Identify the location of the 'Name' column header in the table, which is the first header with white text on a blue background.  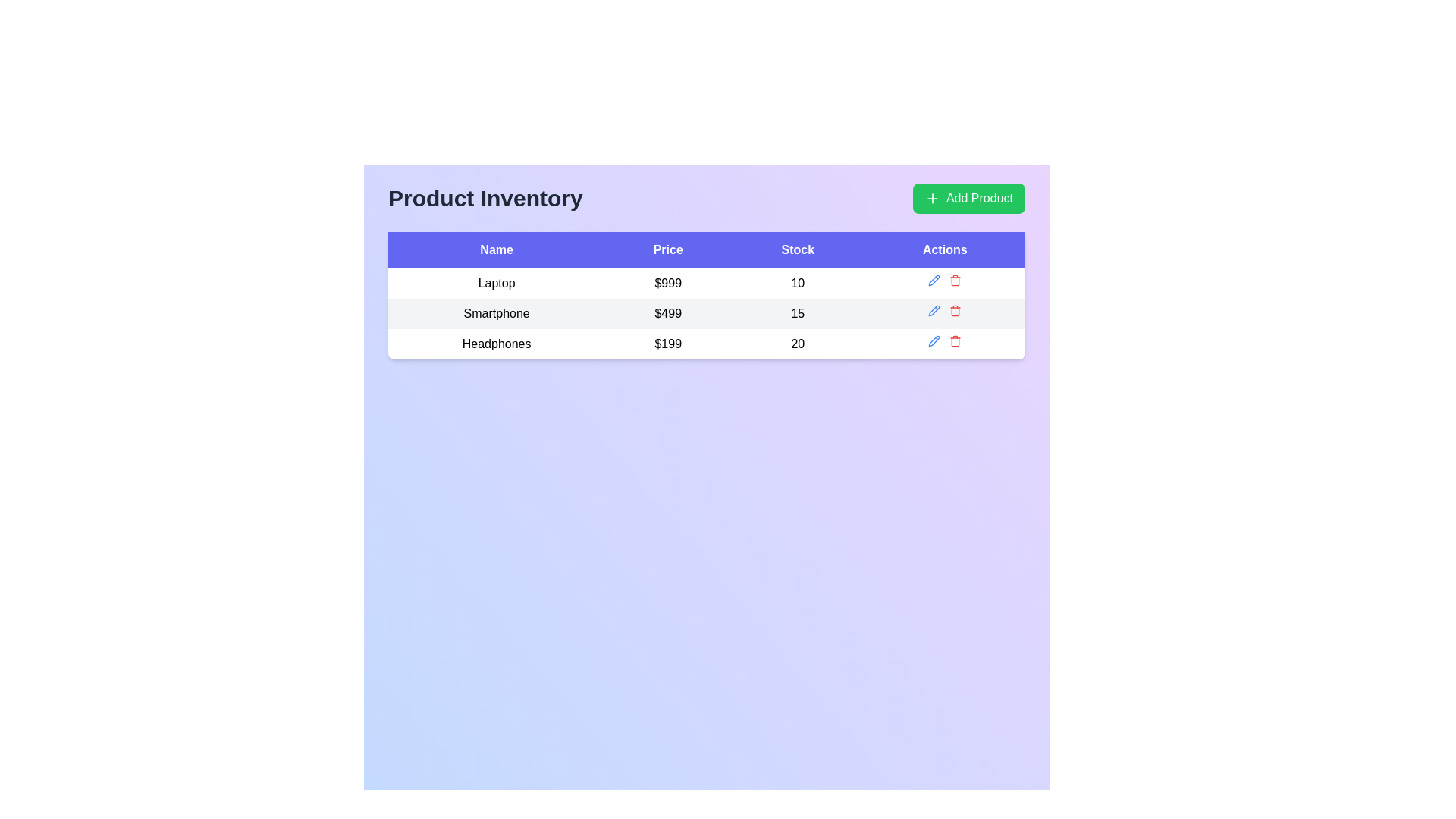
(497, 249).